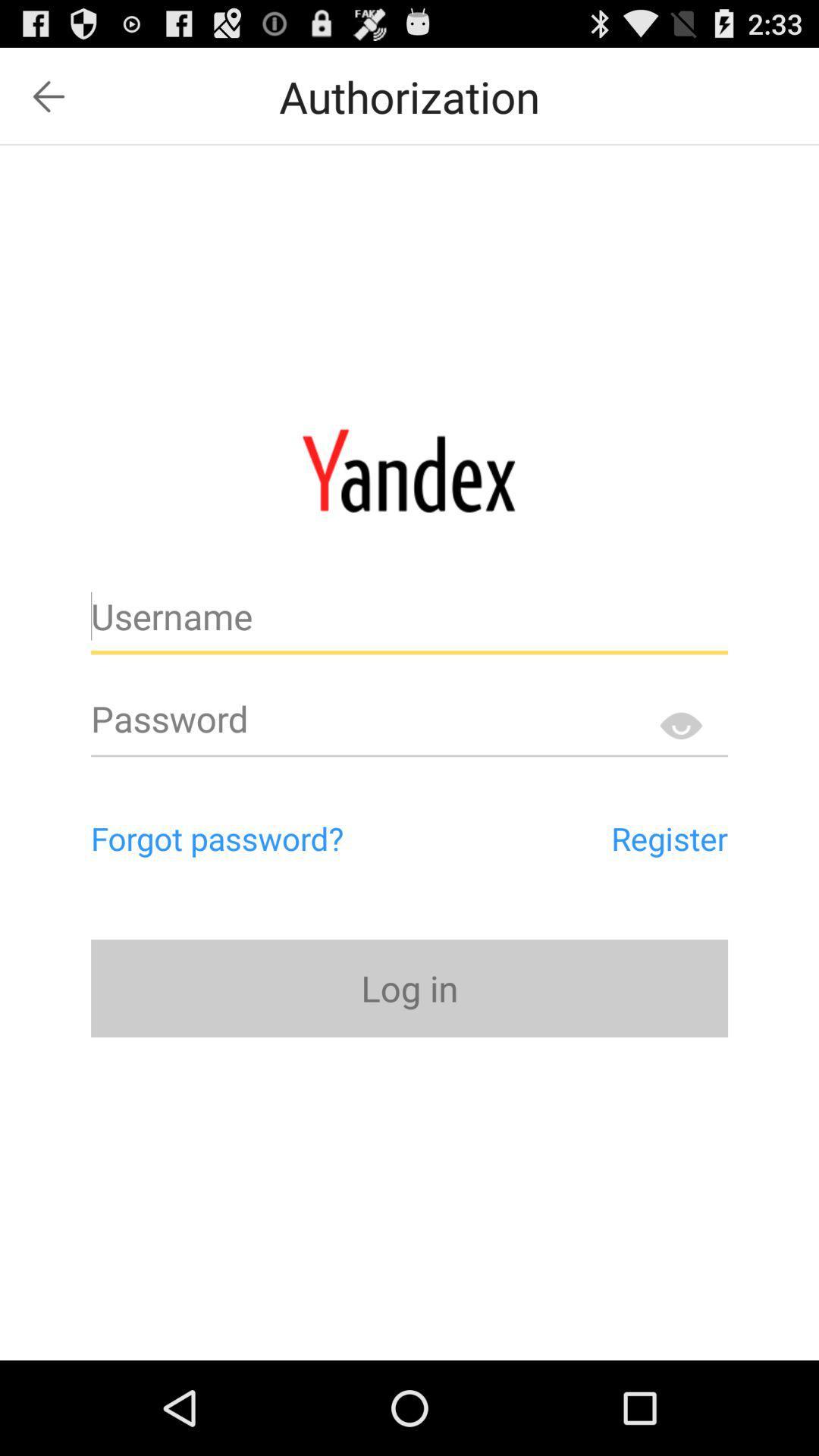 The image size is (819, 1456). I want to click on icon to the left of the authorization, so click(48, 96).